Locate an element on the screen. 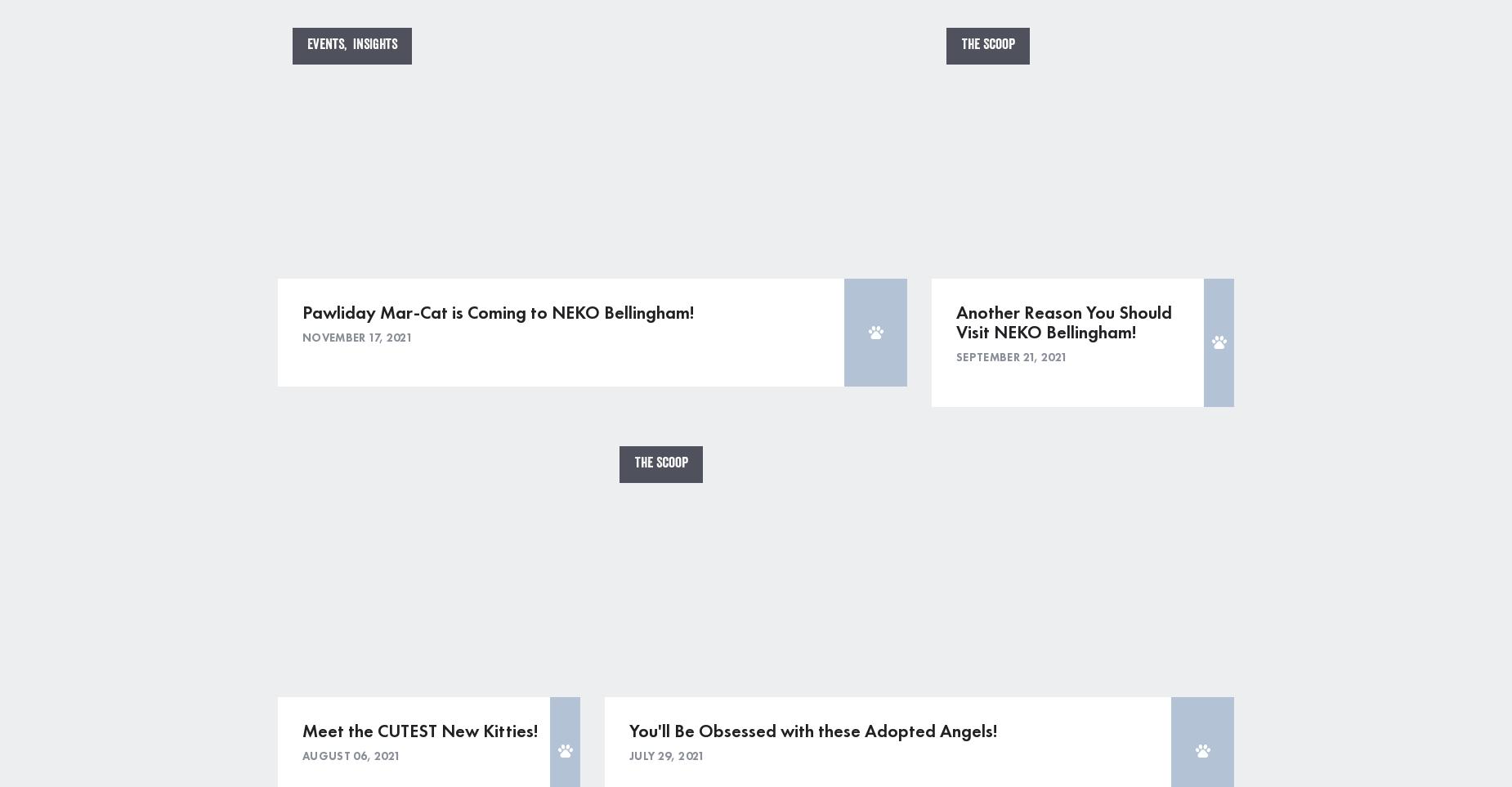  'Pawliday Mar-Cat is Coming to NEKO Bellingham!' is located at coordinates (498, 311).